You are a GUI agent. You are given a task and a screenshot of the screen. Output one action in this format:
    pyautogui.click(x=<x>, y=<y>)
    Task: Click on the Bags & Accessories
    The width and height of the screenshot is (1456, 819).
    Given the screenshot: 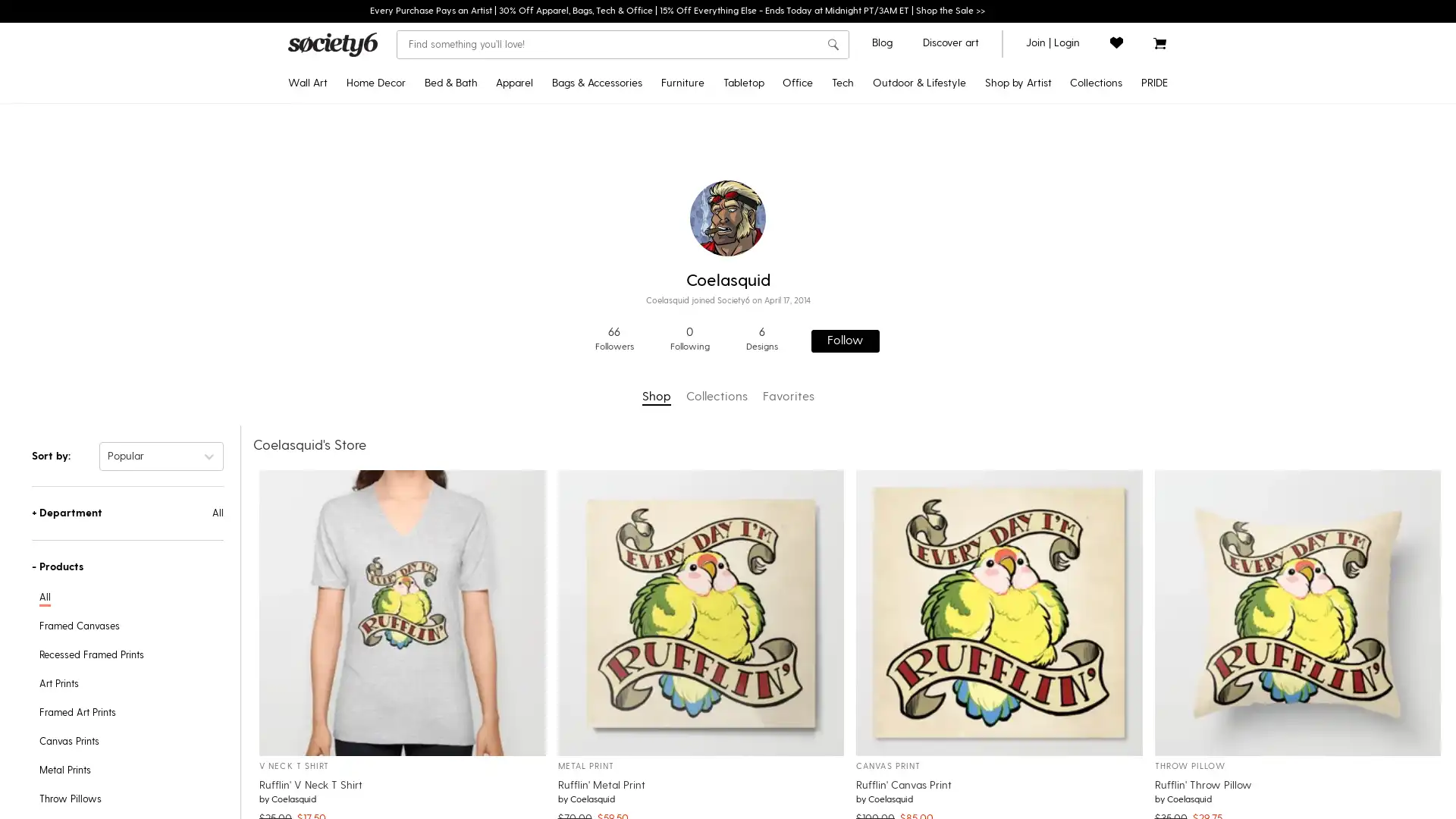 What is the action you would take?
    pyautogui.click(x=596, y=83)
    